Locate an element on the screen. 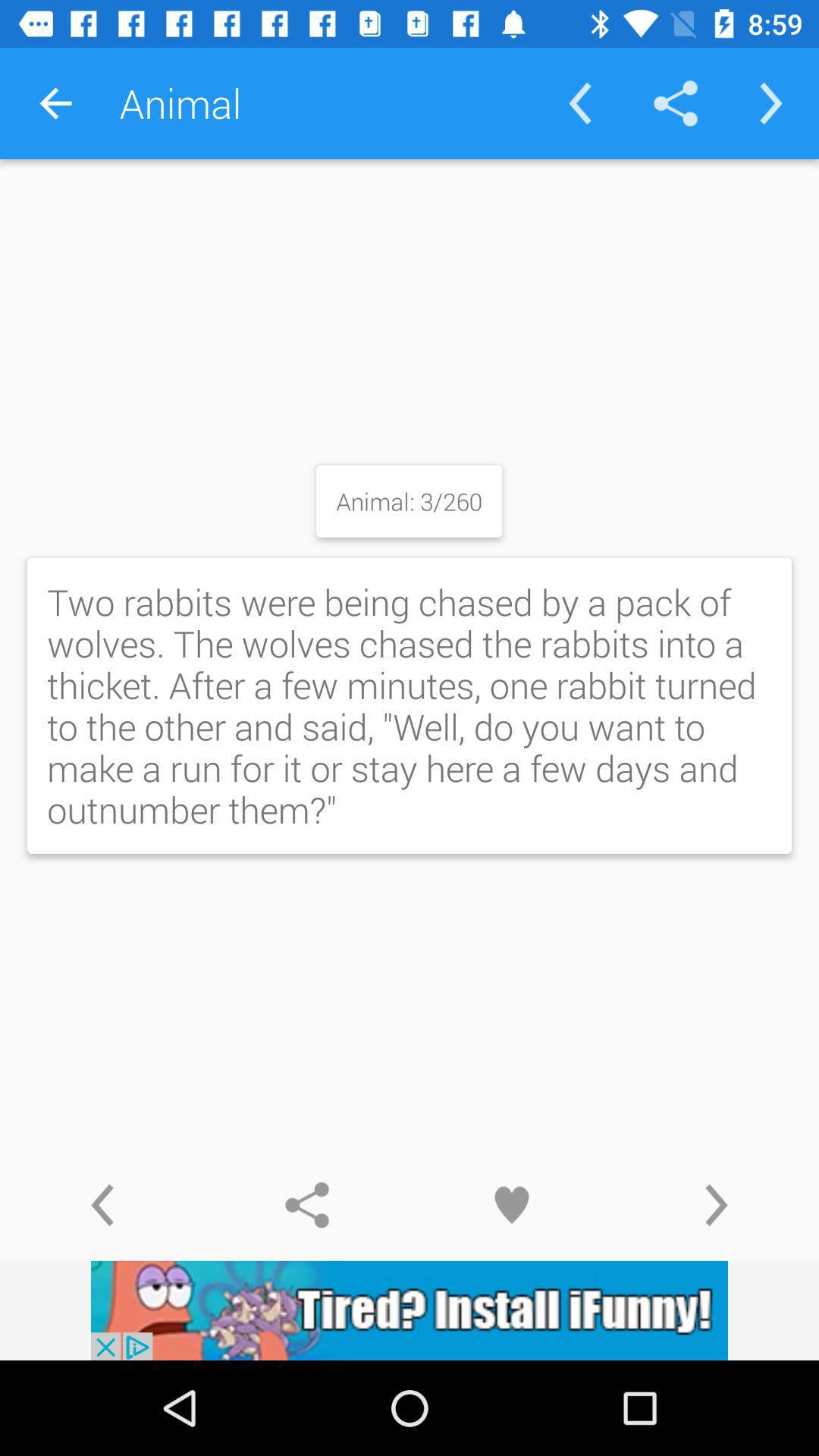 The height and width of the screenshot is (1456, 819). advertisement website is located at coordinates (409, 1310).